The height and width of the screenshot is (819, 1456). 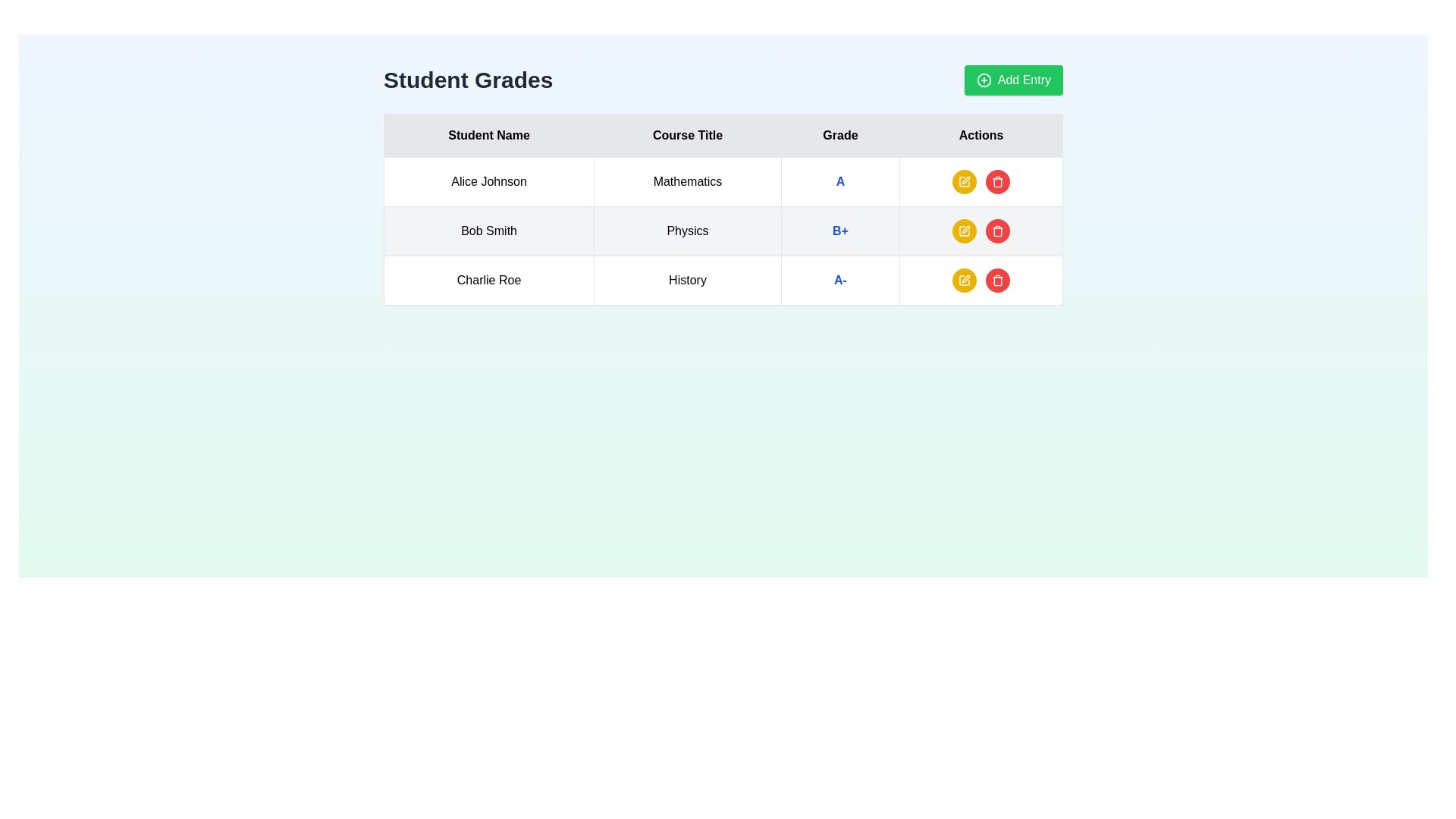 I want to click on the appearance of the ornamental icon component (circle within an SVG) that represents the 'add' action in the button labeled 'Add Entry' located at the top-right corner of the interface, so click(x=984, y=80).